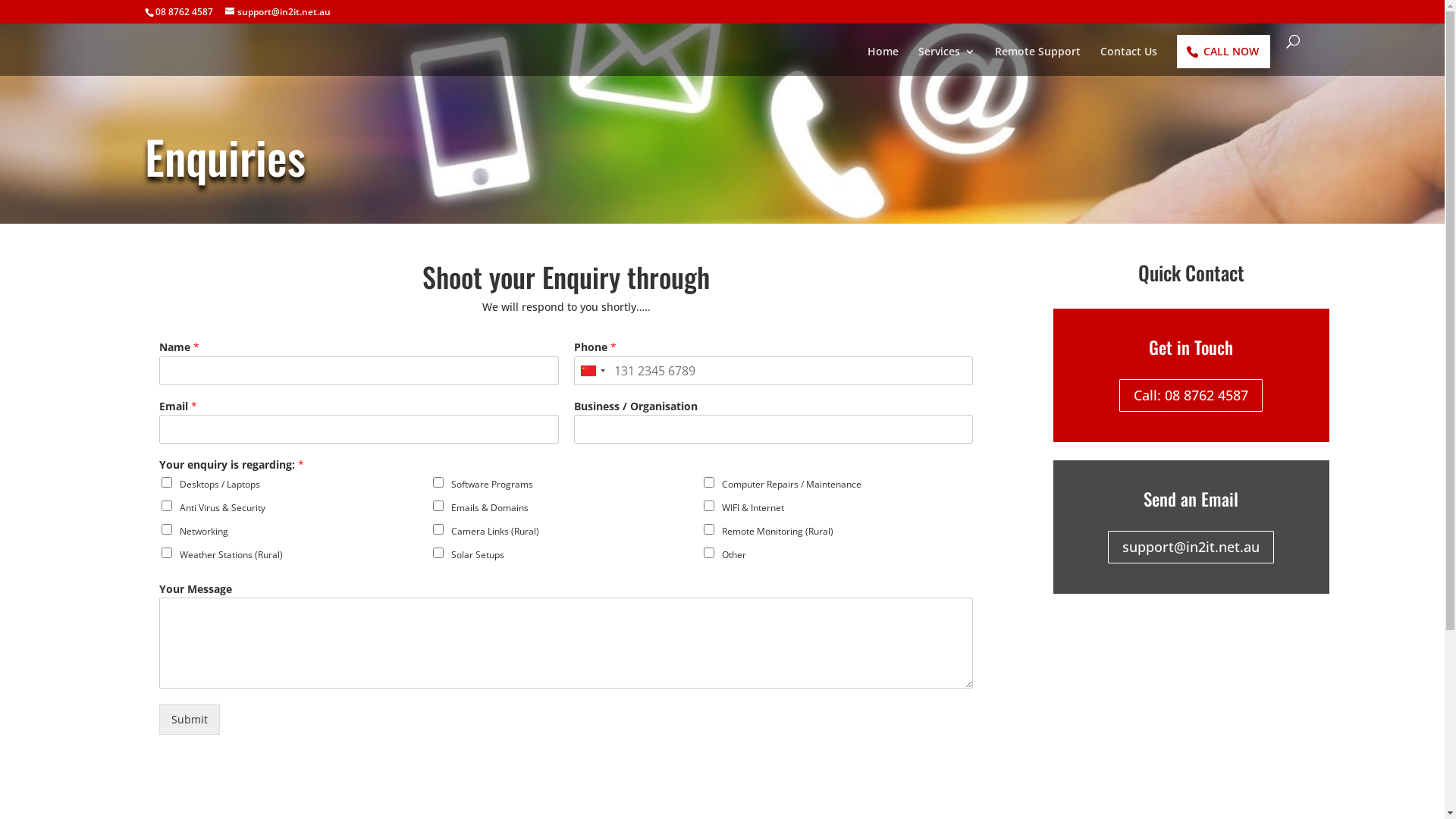 This screenshot has width=1456, height=819. I want to click on 'support@in2it.net.au', so click(277, 11).